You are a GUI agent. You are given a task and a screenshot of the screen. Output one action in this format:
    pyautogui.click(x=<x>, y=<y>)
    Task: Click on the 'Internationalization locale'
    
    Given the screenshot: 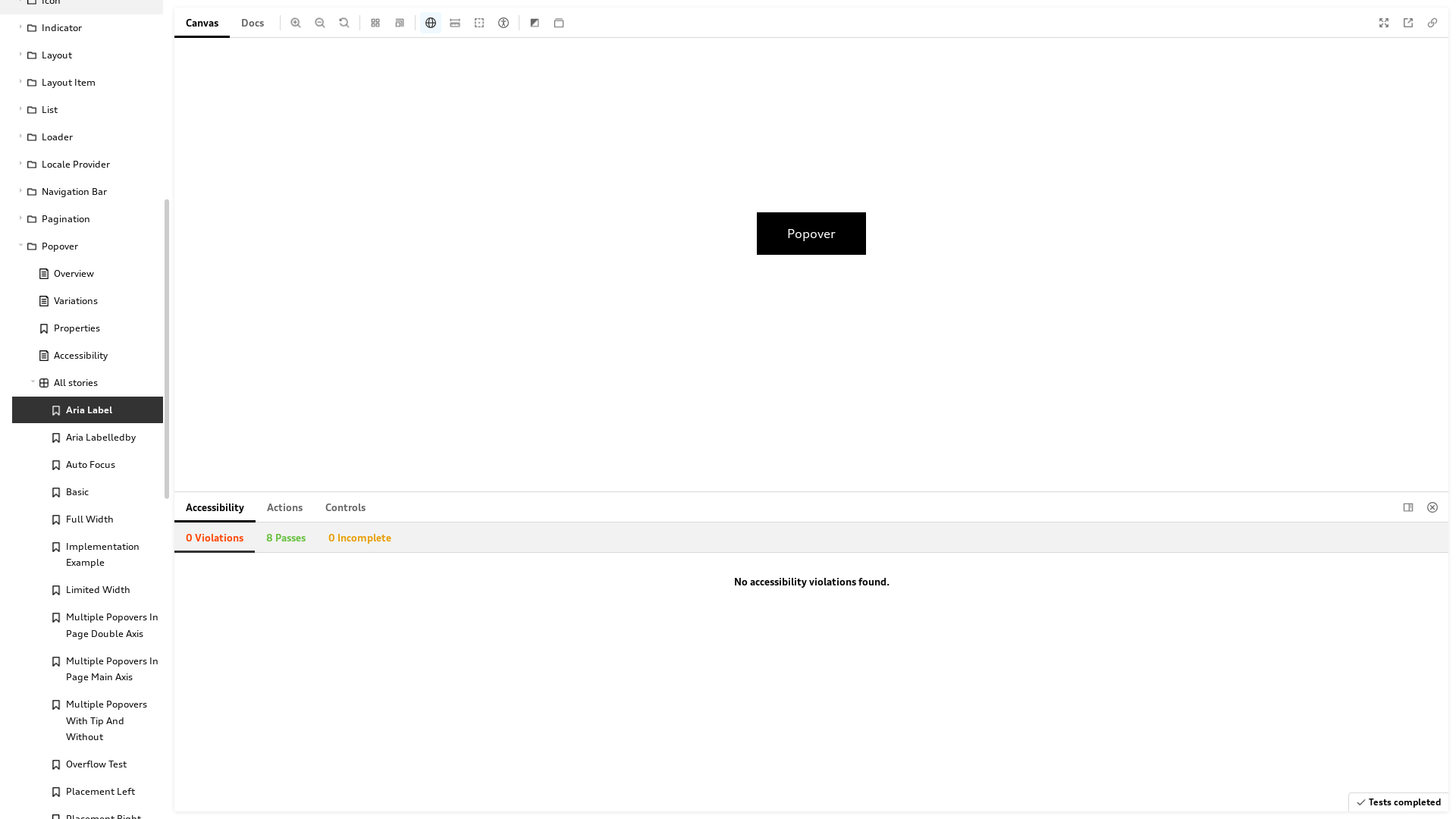 What is the action you would take?
    pyautogui.click(x=419, y=23)
    